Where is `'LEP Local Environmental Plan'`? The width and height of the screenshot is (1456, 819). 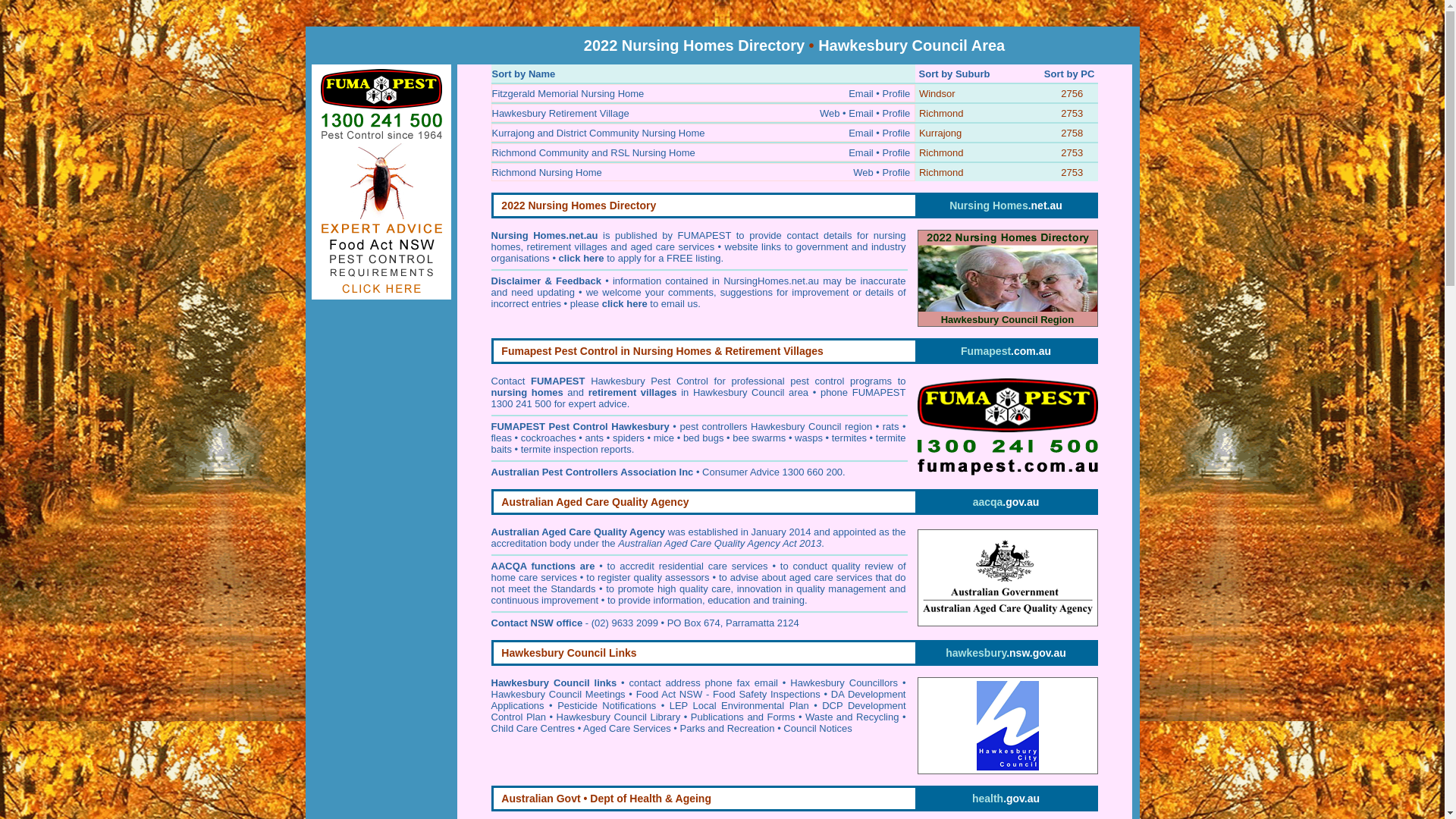 'LEP Local Environmental Plan' is located at coordinates (739, 705).